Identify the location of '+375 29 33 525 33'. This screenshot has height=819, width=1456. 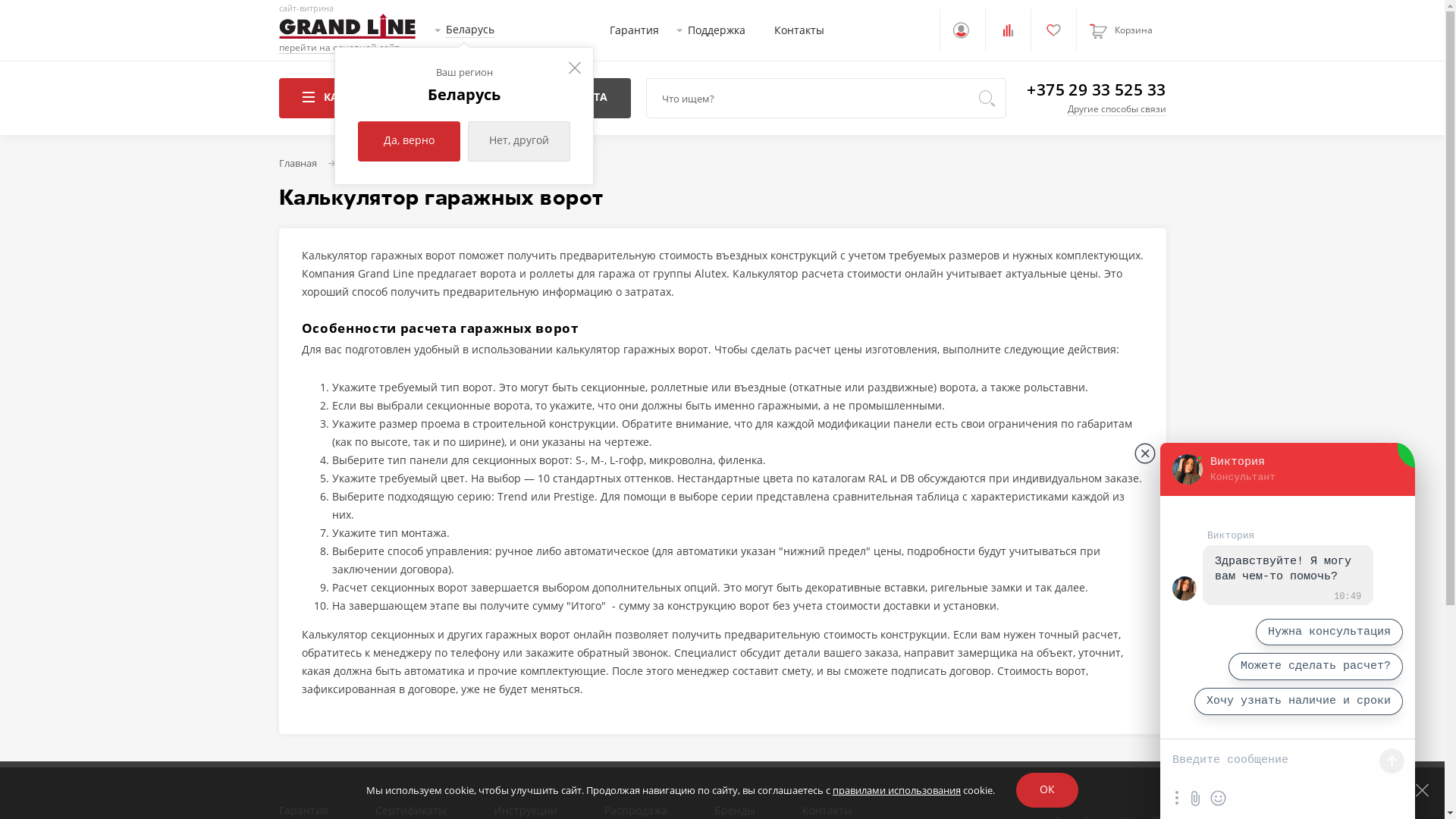
(1026, 89).